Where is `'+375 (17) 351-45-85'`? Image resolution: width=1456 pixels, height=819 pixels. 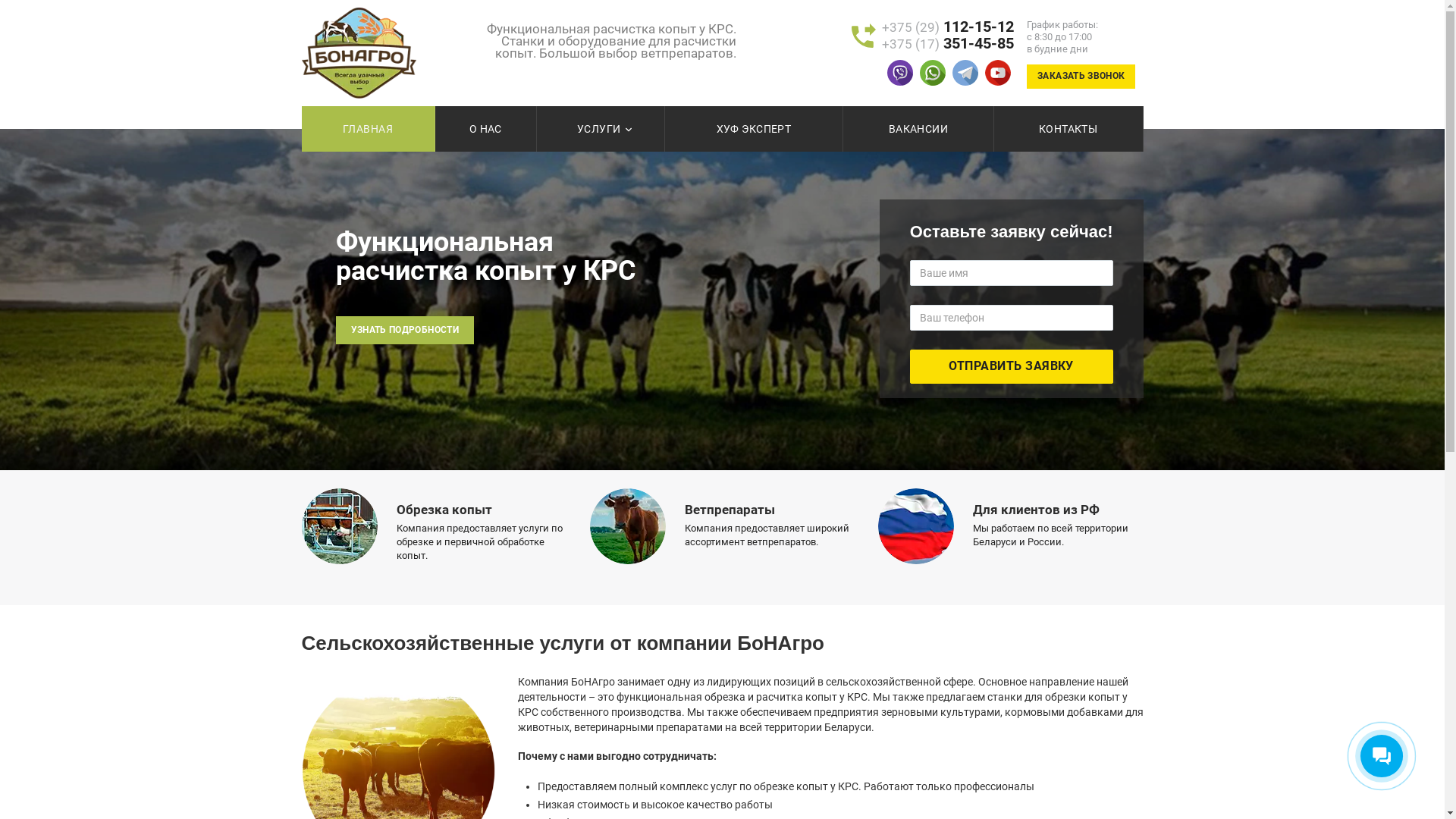
'+375 (17) 351-45-85' is located at coordinates (946, 42).